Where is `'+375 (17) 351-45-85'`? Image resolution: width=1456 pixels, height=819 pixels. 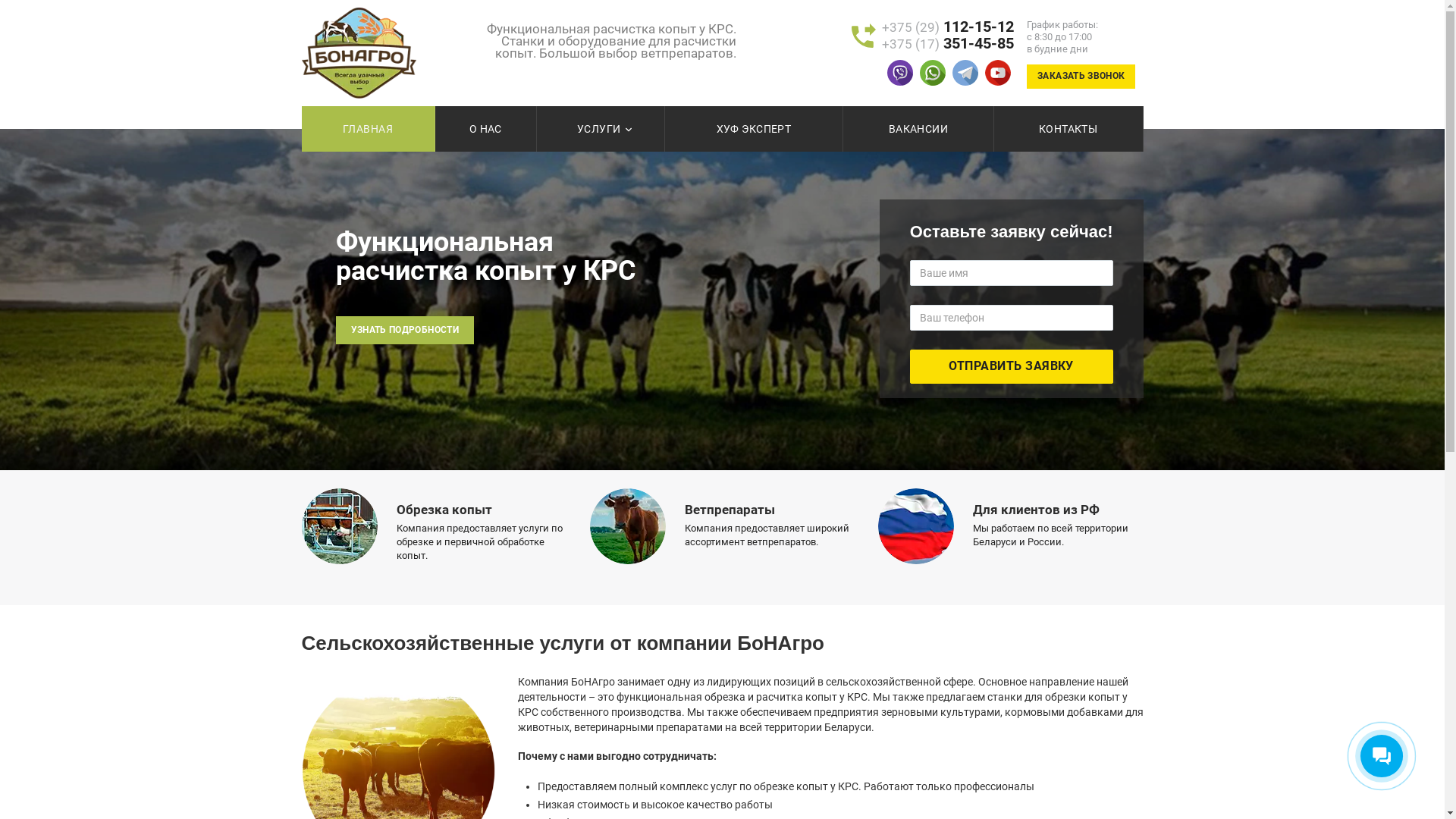
'+375 (17) 351-45-85' is located at coordinates (946, 42).